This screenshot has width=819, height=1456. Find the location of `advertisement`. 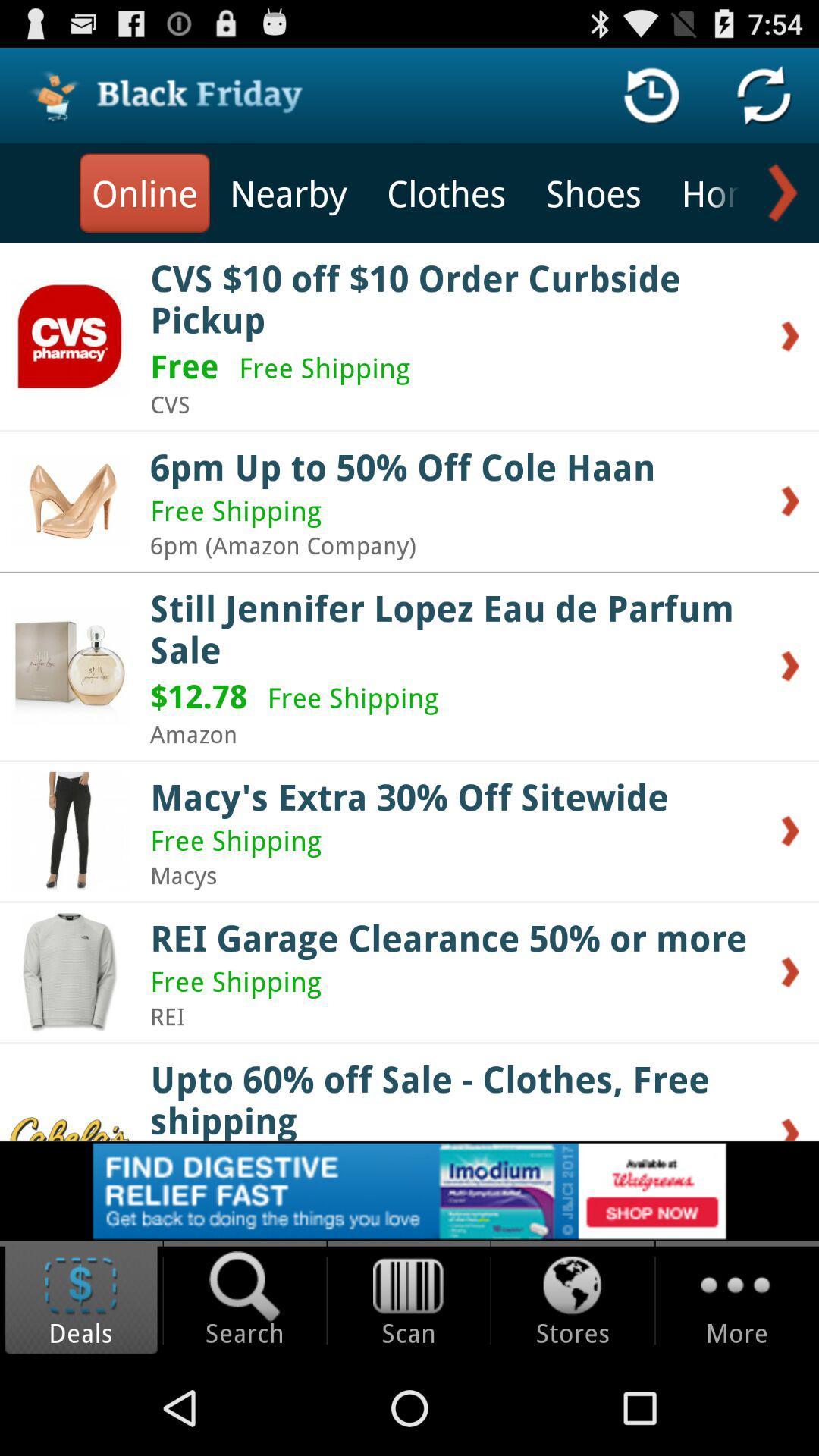

advertisement is located at coordinates (409, 1190).